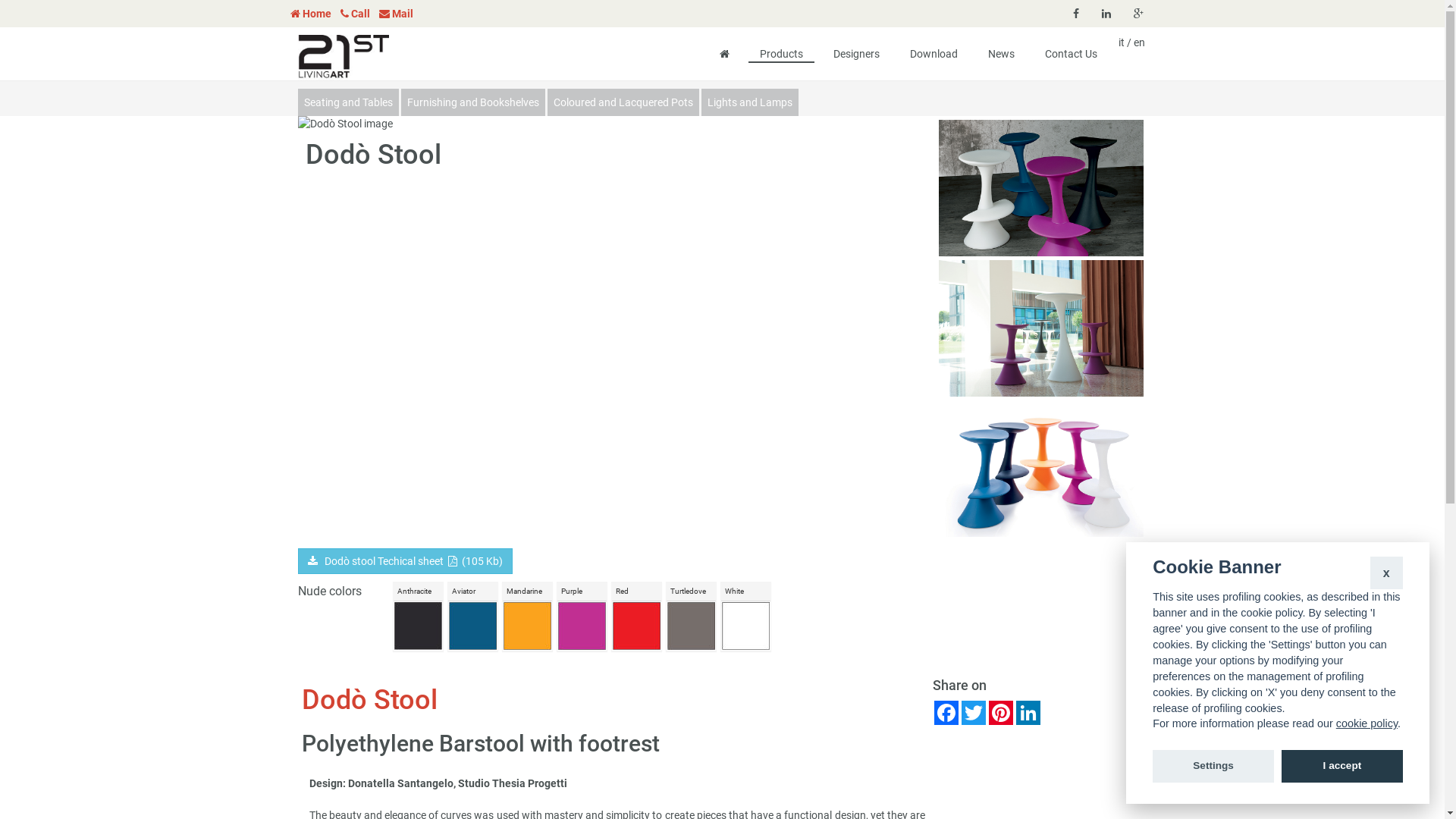 The width and height of the screenshot is (1456, 819). I want to click on 'Designers', so click(856, 43).